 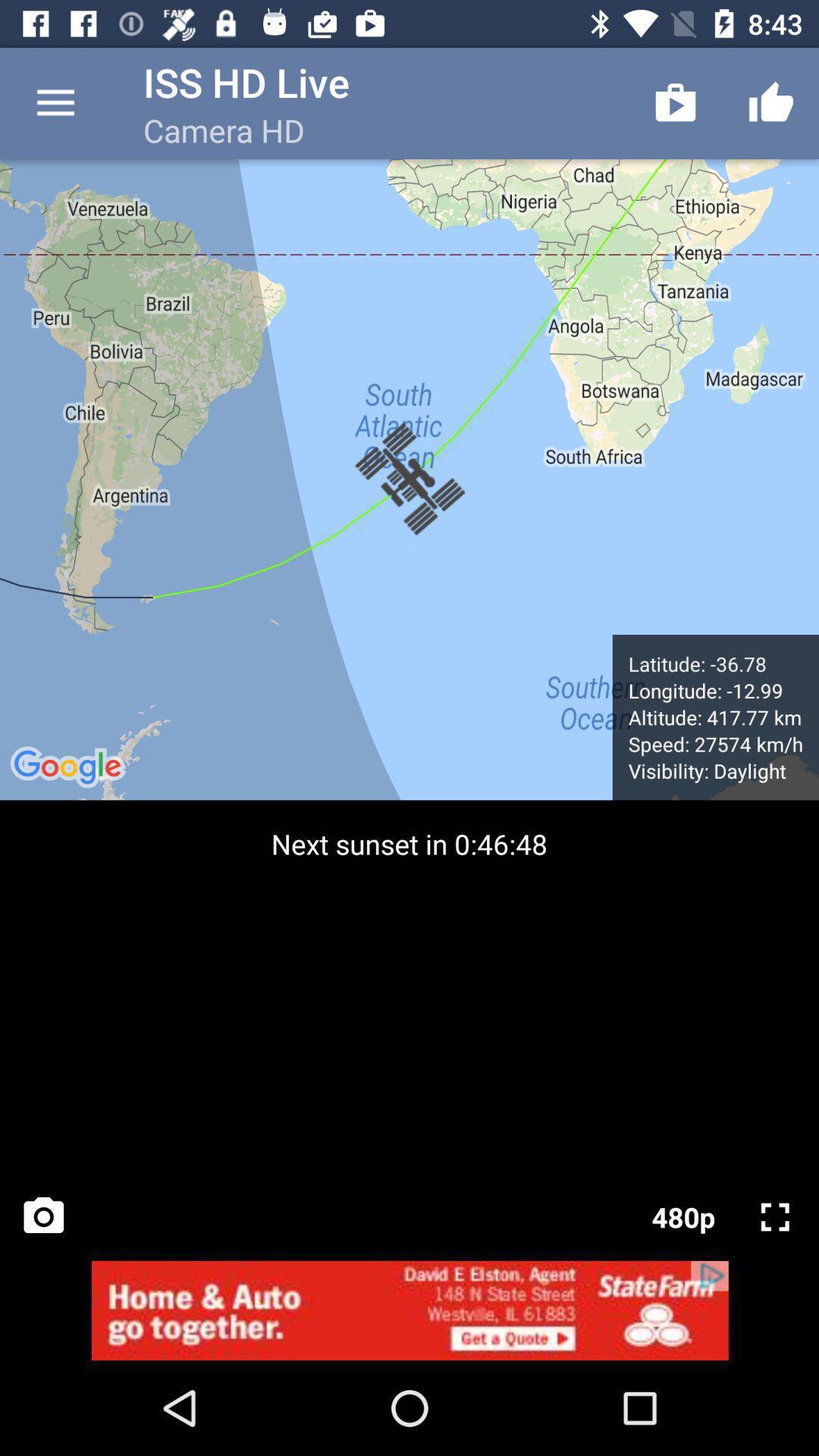 What do you see at coordinates (409, 1310) in the screenshot?
I see `advertisement page` at bounding box center [409, 1310].